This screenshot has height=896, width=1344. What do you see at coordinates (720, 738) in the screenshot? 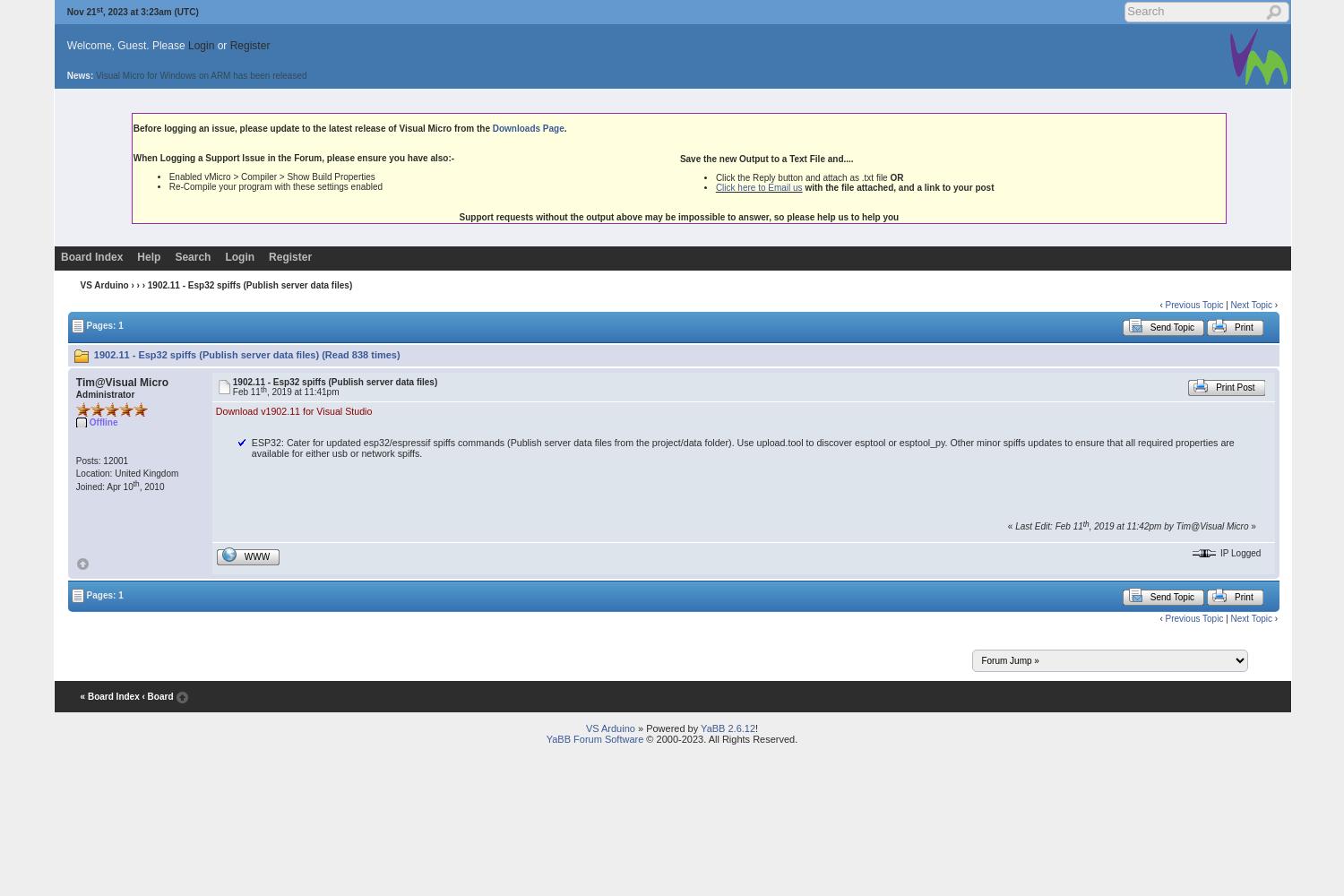
I see `'© 2000-2023. All Rights Reserved.'` at bounding box center [720, 738].